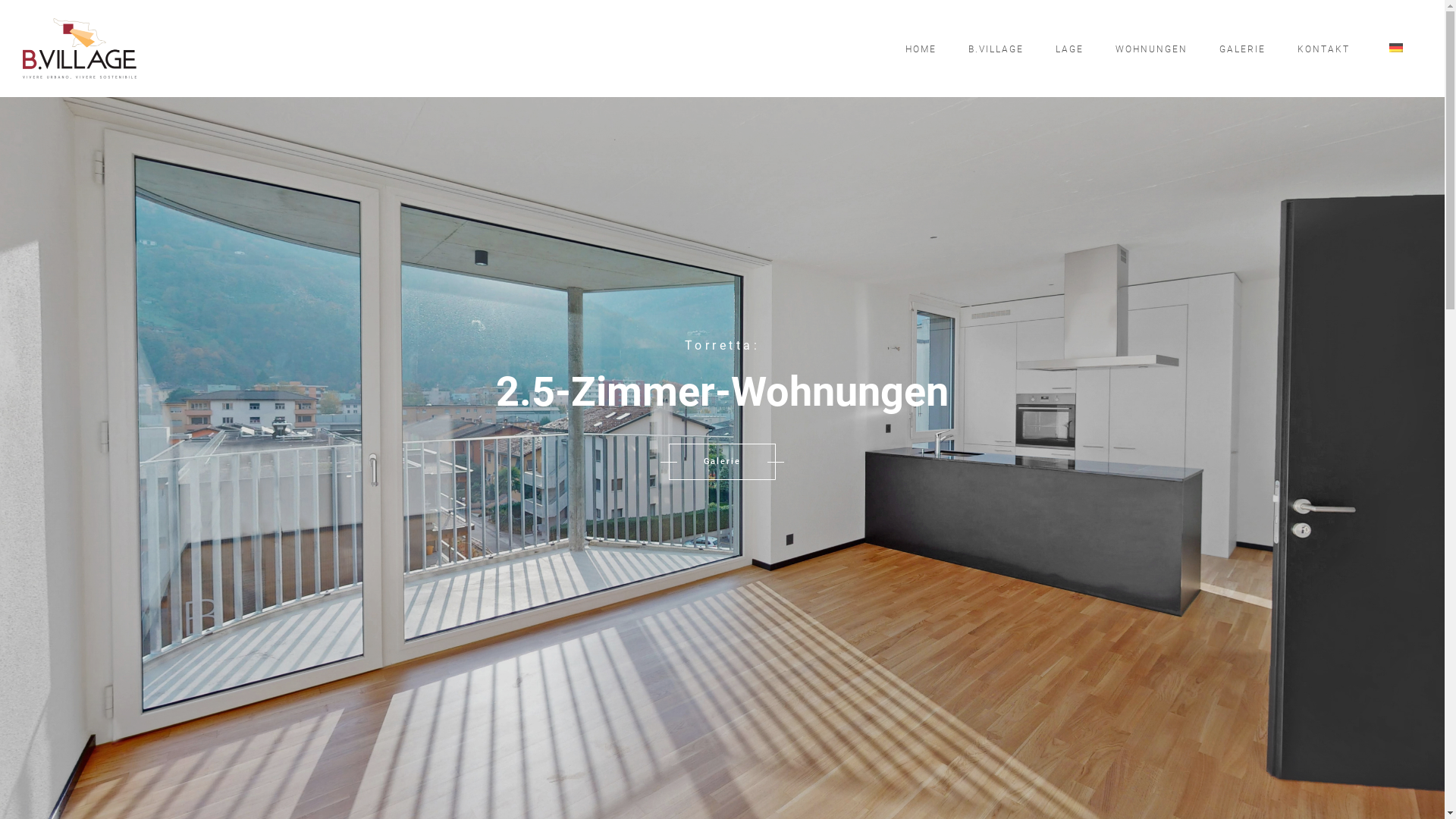 The image size is (1456, 819). I want to click on 'Deutsch', so click(1395, 46).